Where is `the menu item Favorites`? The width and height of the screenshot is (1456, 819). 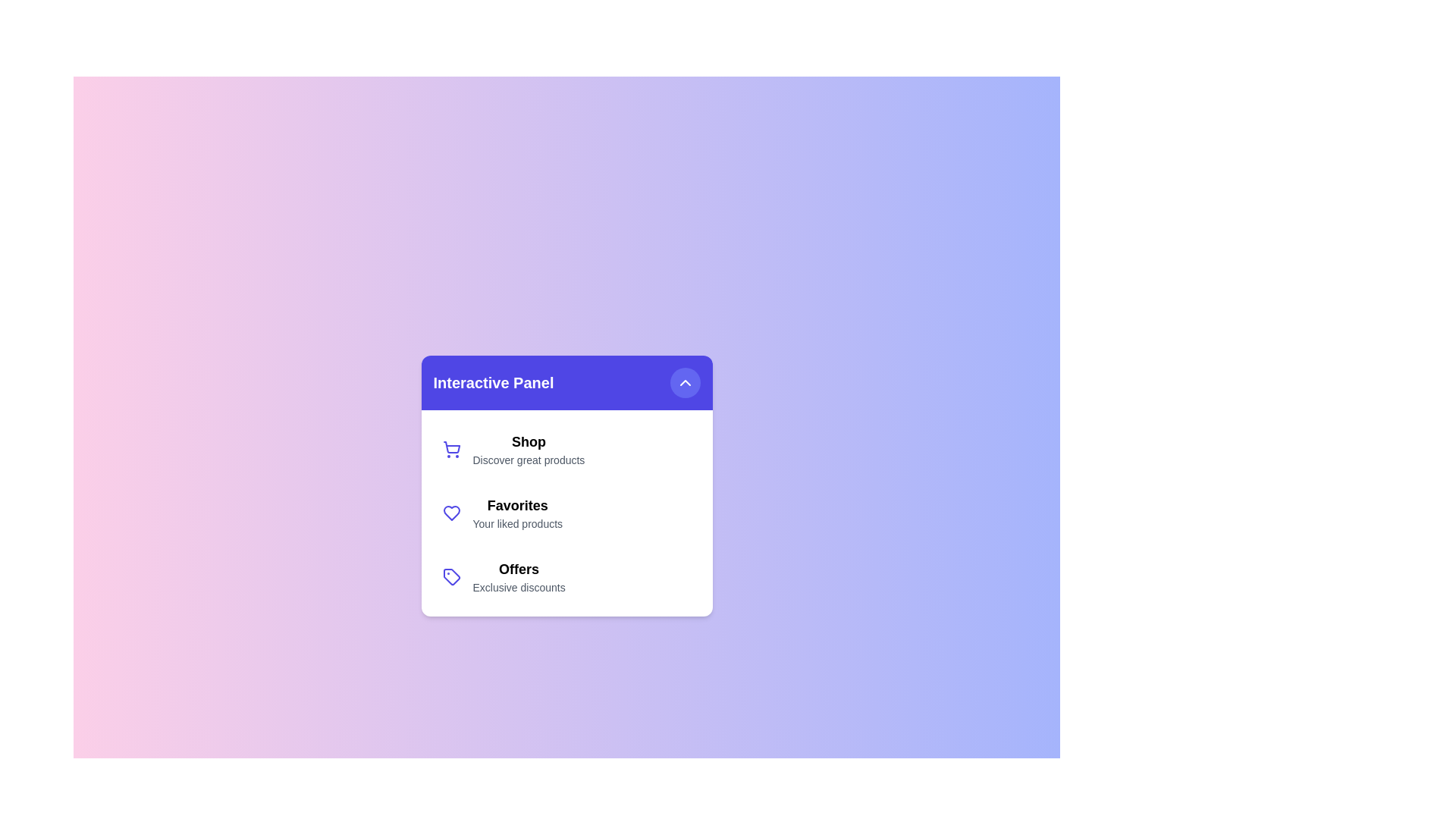
the menu item Favorites is located at coordinates (566, 513).